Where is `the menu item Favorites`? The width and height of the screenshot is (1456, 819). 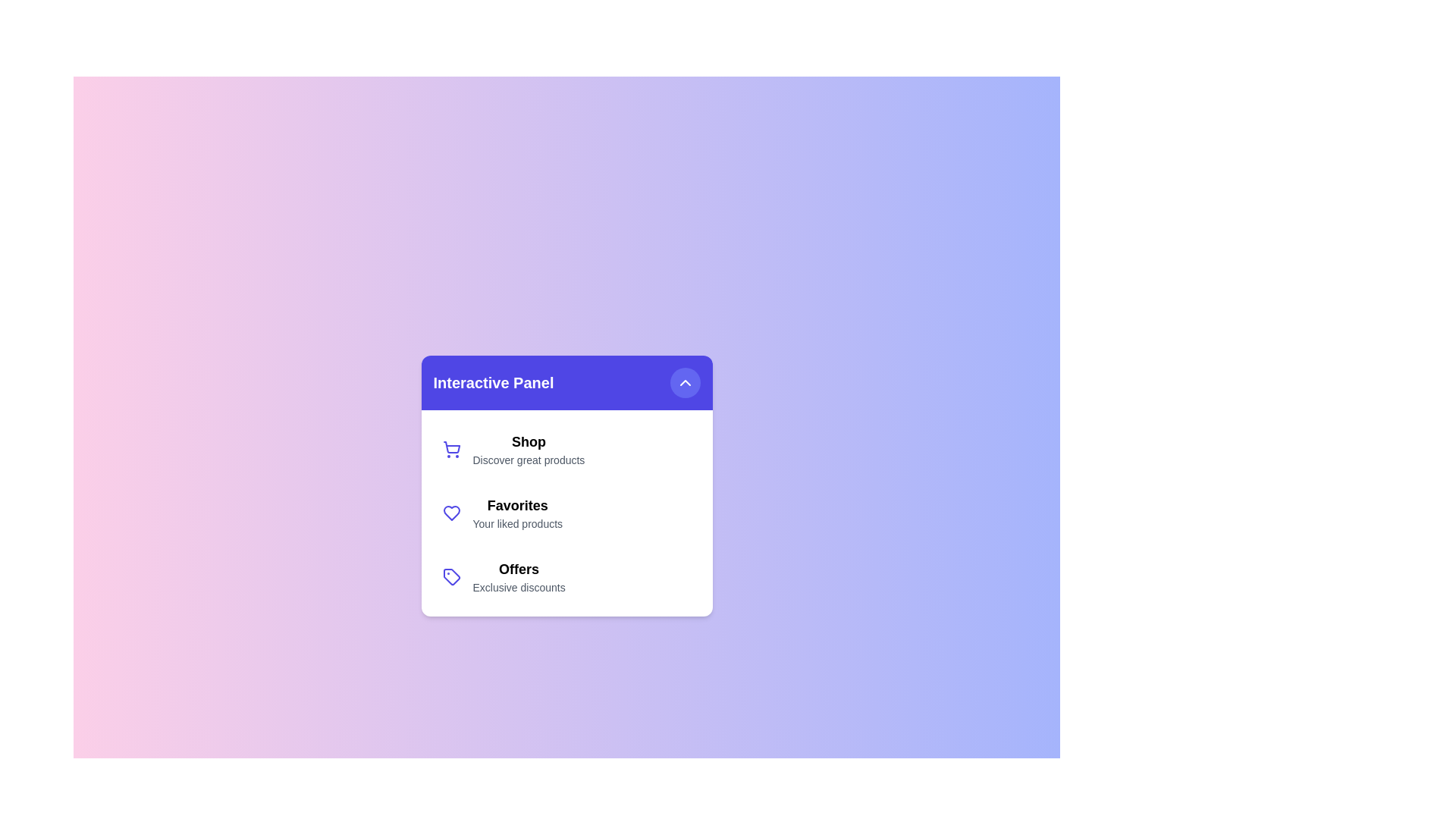
the menu item Favorites is located at coordinates (566, 513).